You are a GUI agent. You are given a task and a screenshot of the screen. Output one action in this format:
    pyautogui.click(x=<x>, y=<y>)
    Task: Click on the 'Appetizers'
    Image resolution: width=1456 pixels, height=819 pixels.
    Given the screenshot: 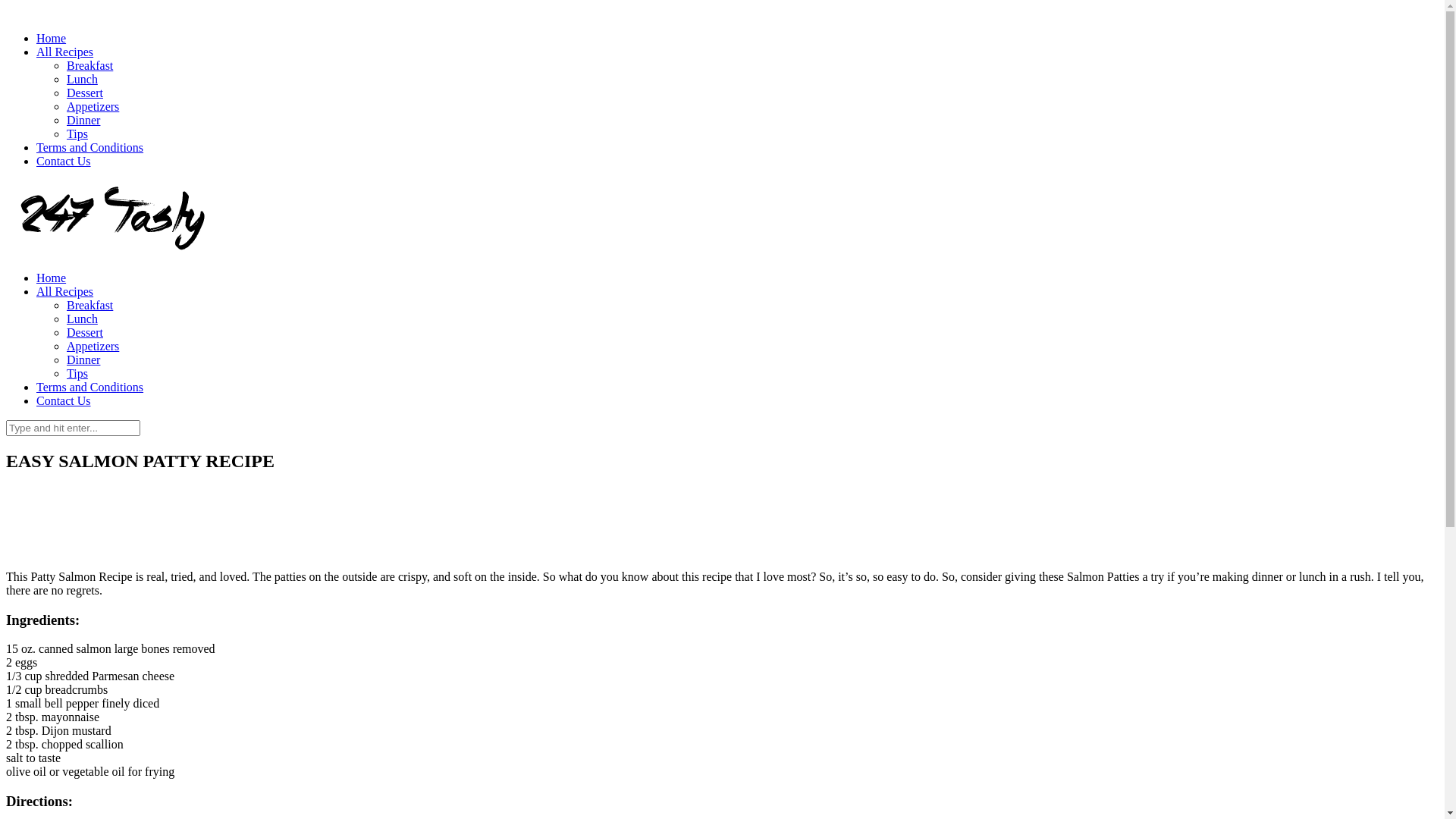 What is the action you would take?
    pyautogui.click(x=92, y=105)
    